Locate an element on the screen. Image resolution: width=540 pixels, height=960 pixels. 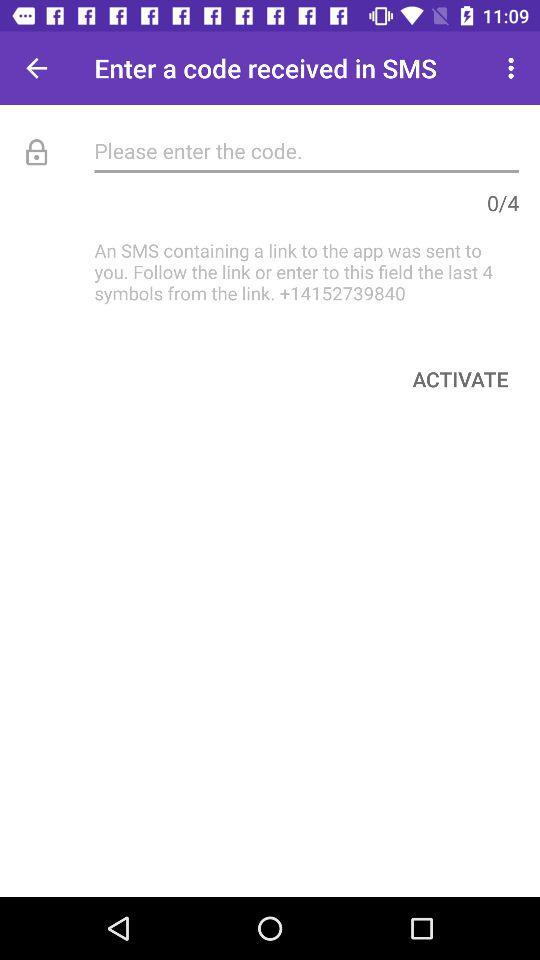
a code is located at coordinates (306, 149).